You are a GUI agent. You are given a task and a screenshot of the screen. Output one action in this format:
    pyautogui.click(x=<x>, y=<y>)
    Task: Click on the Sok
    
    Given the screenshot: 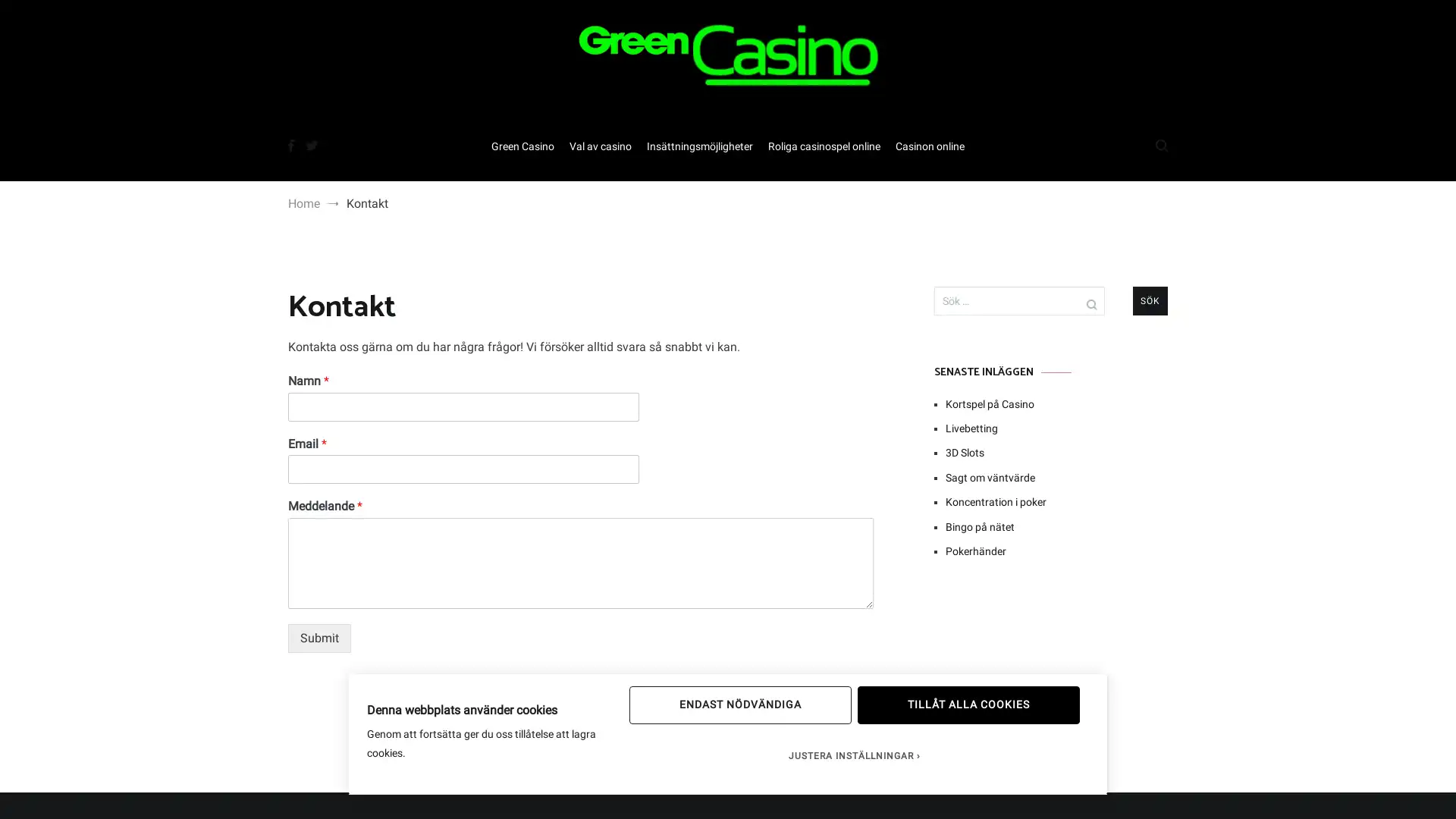 What is the action you would take?
    pyautogui.click(x=1150, y=301)
    